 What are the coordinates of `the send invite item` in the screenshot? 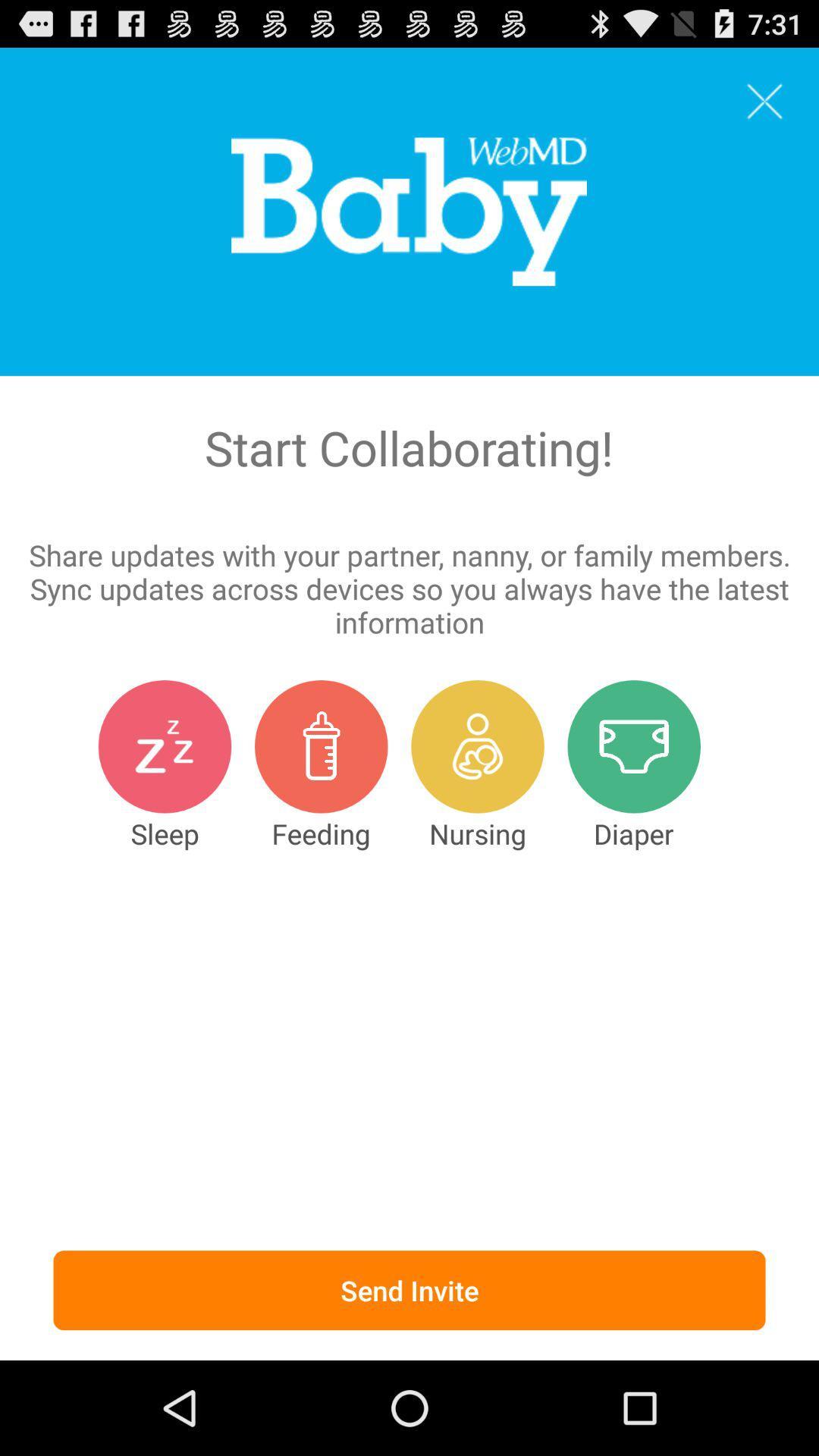 It's located at (409, 1289).